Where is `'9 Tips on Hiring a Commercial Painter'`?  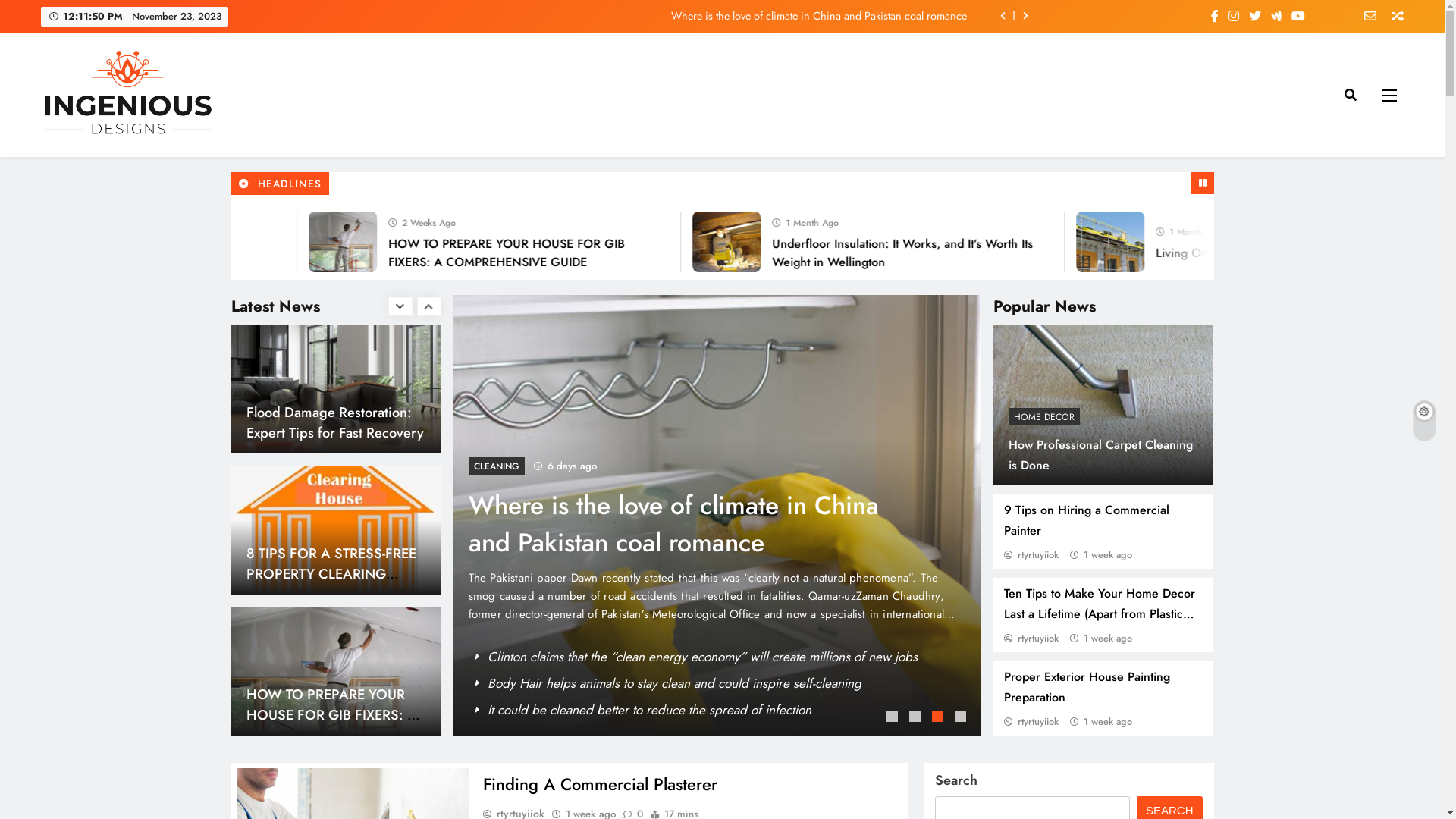 '9 Tips on Hiring a Commercial Painter' is located at coordinates (1086, 519).